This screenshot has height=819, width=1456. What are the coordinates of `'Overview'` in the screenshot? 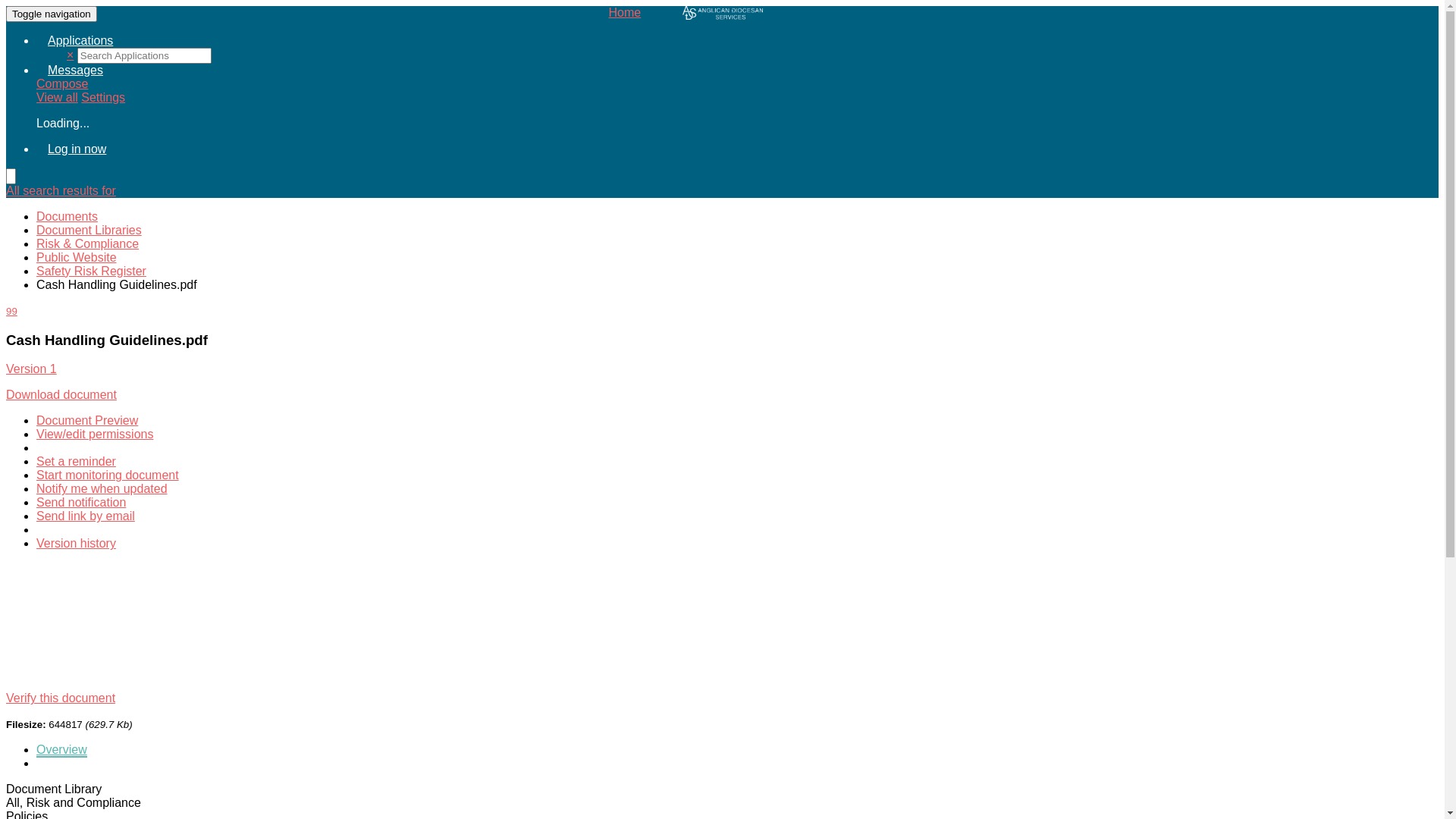 It's located at (61, 749).